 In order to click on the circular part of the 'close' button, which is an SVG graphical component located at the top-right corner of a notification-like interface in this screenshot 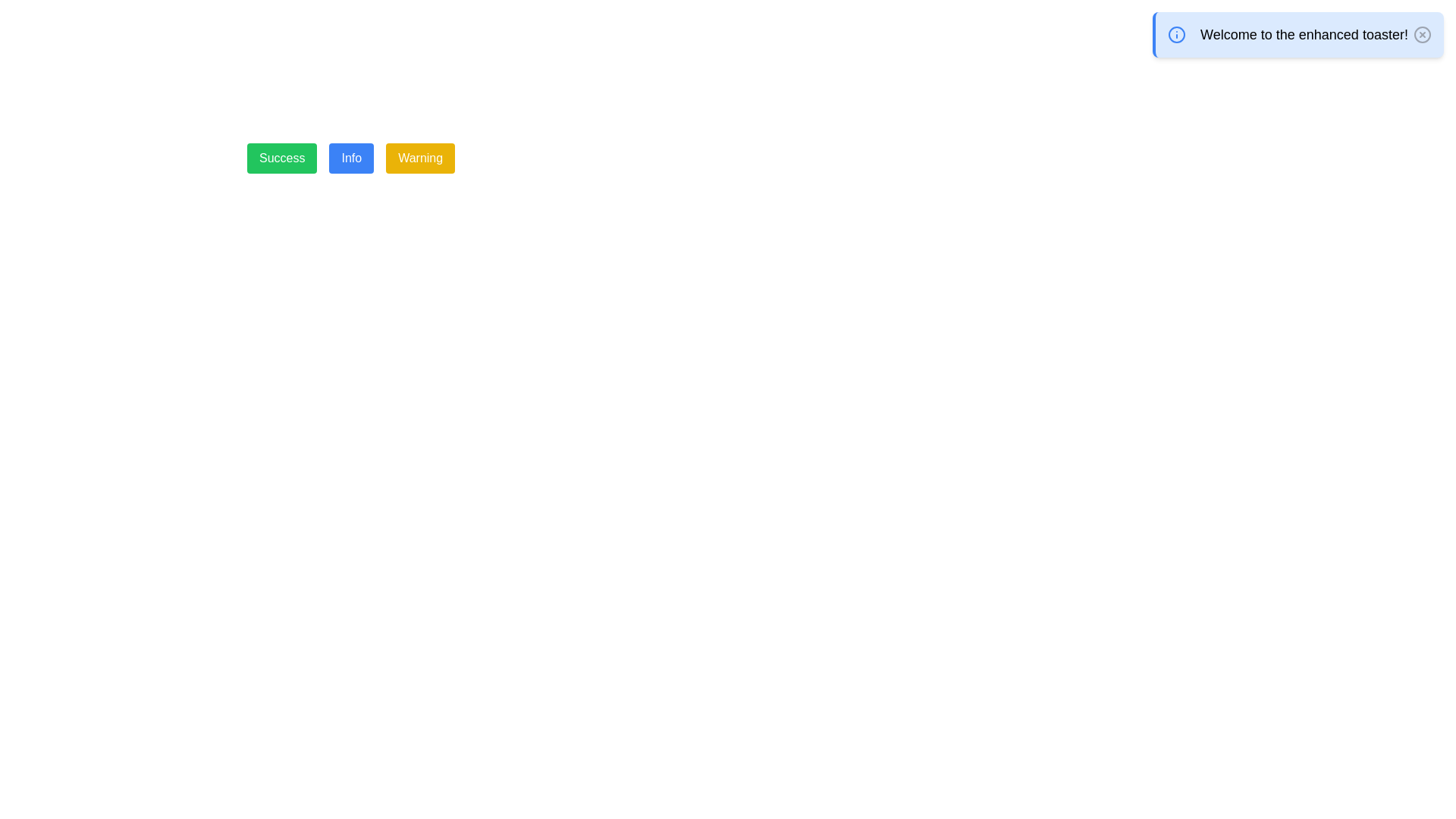, I will do `click(1422, 34)`.